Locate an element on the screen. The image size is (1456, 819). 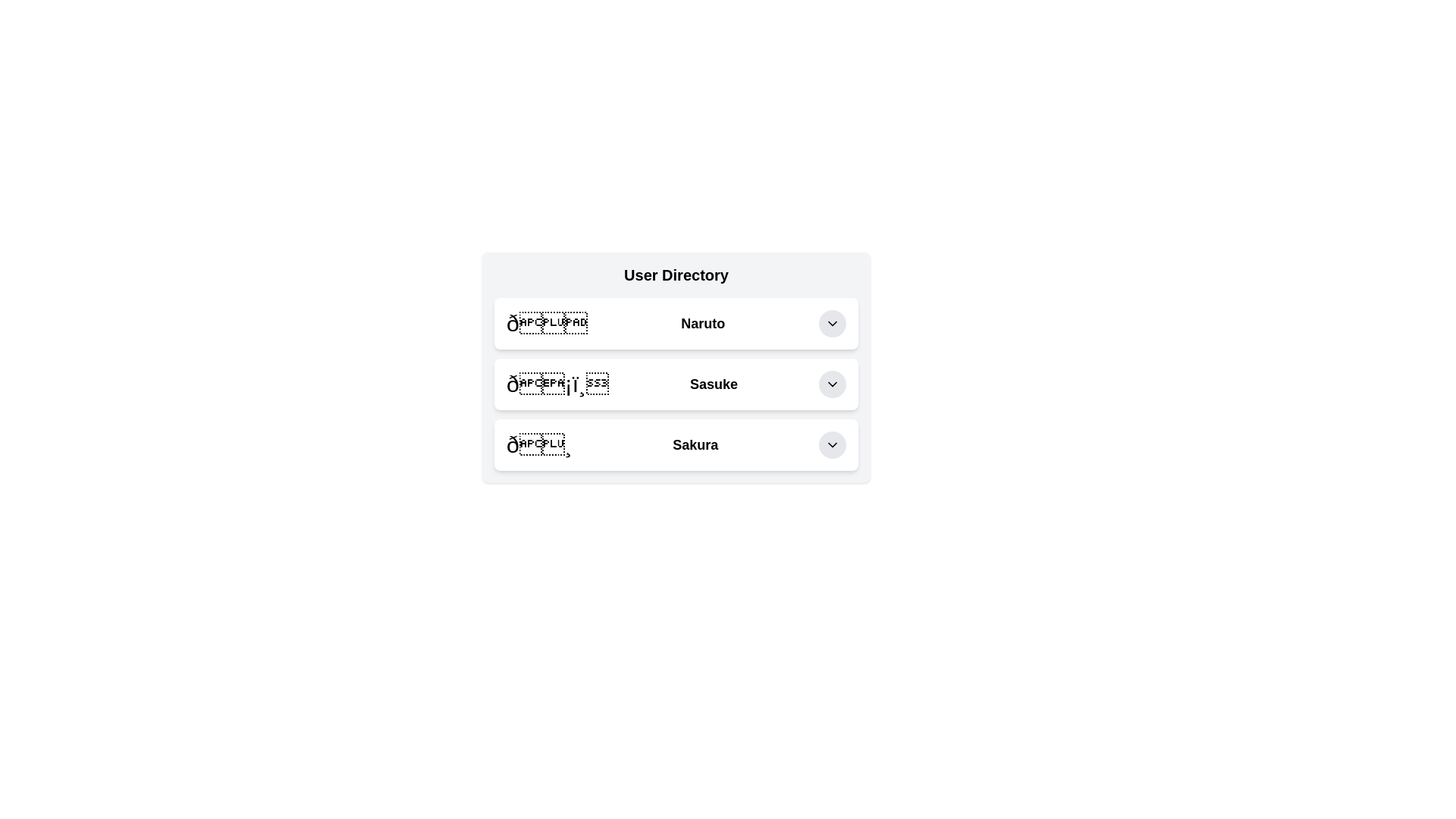
the second row in the User Directory list, which contains user details and is positioned between the rows labeled 'Naruto' and 'Sakura' is located at coordinates (676, 368).